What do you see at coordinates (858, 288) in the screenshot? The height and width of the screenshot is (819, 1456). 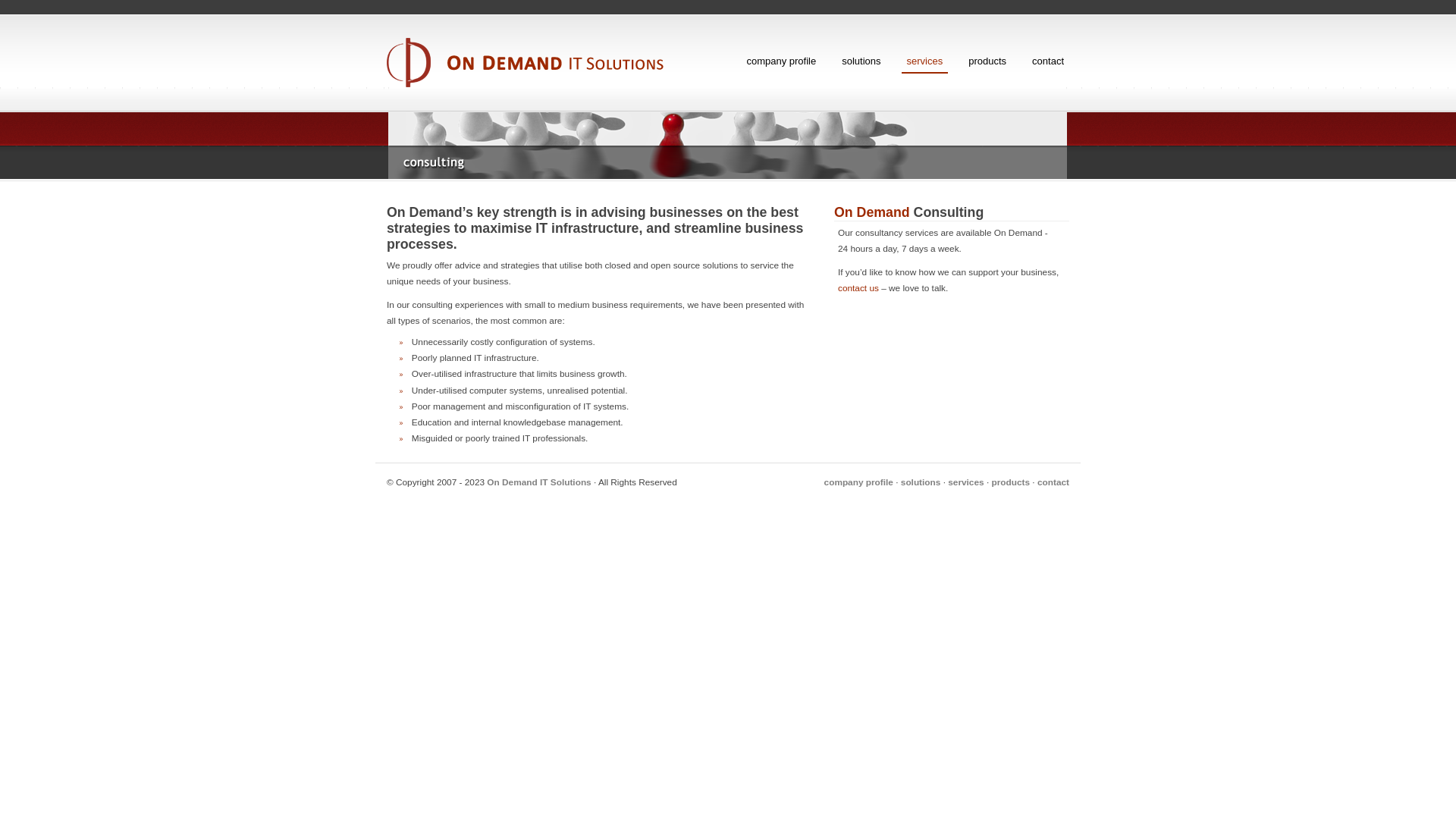 I see `'contact us'` at bounding box center [858, 288].